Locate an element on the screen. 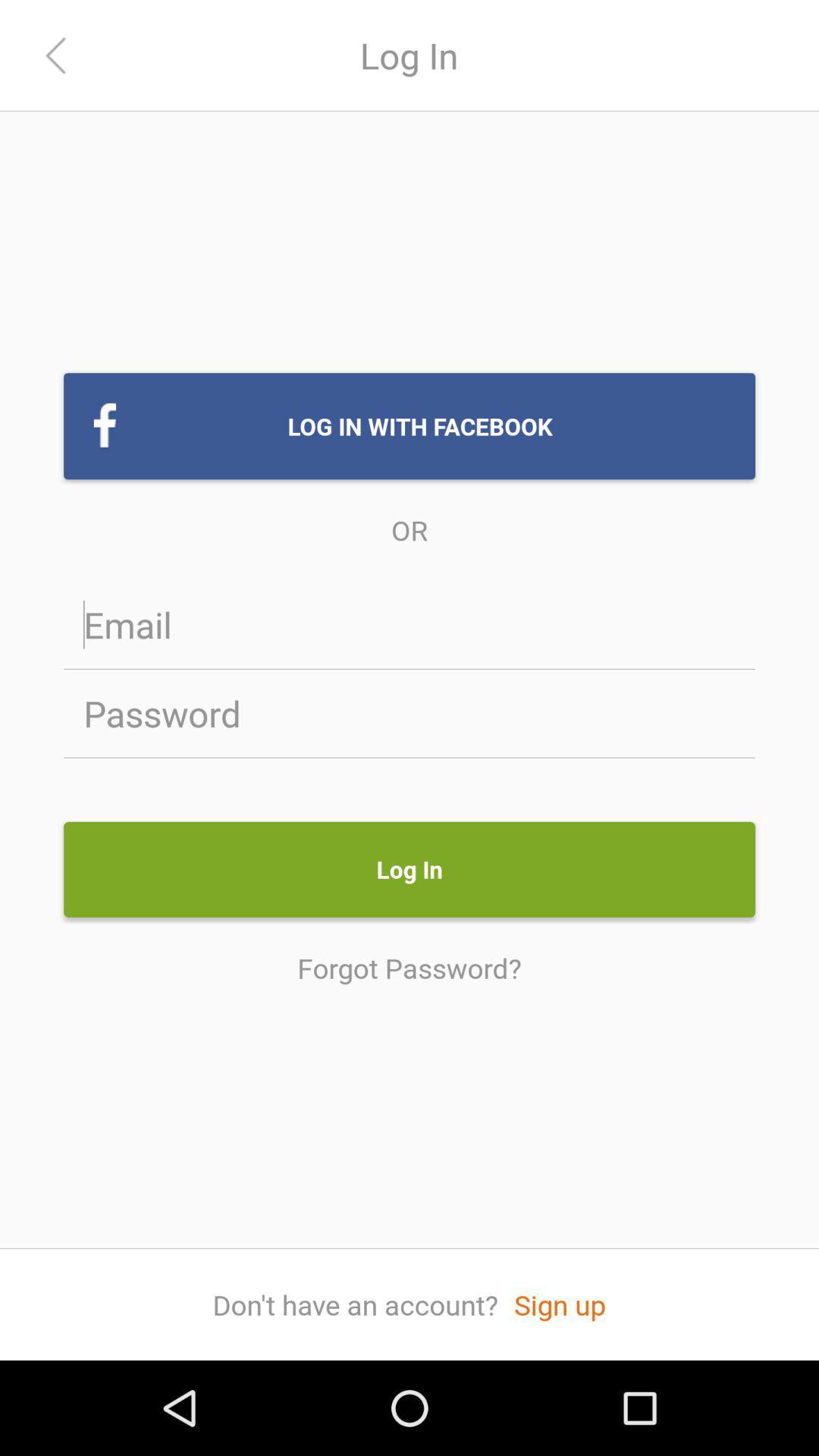  write password is located at coordinates (409, 712).